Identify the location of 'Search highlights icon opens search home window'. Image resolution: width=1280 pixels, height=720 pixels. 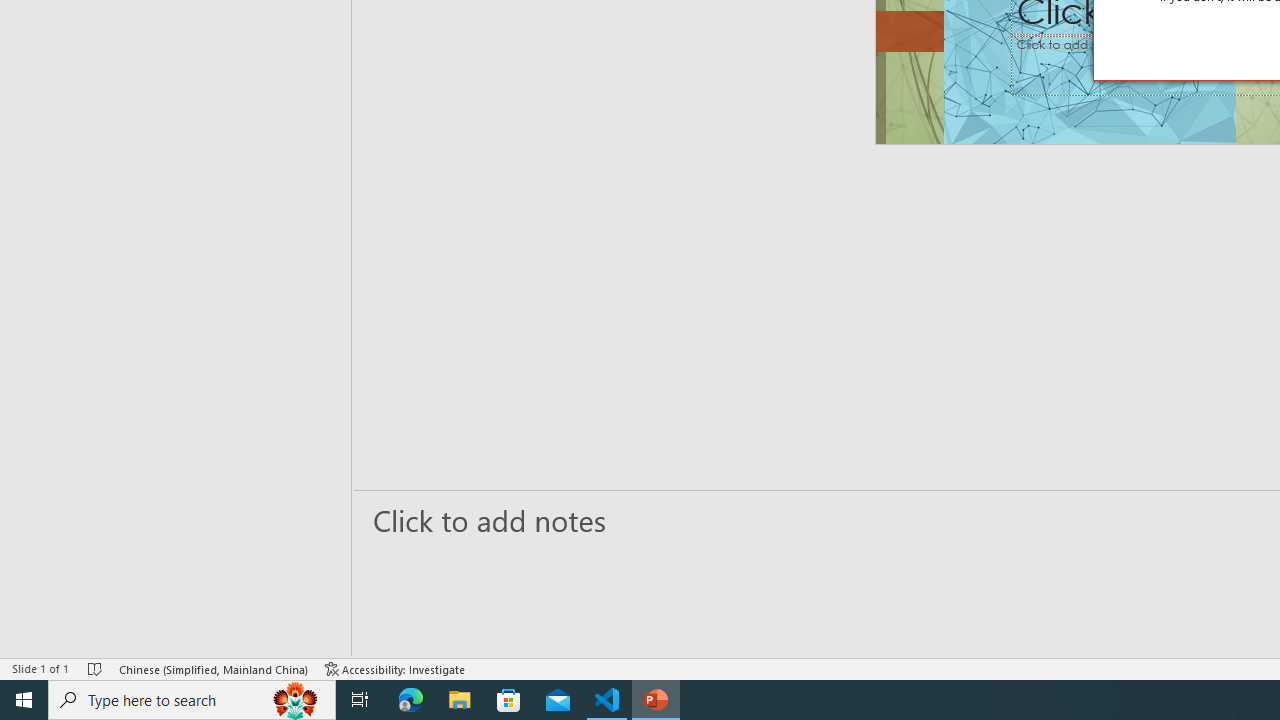
(294, 698).